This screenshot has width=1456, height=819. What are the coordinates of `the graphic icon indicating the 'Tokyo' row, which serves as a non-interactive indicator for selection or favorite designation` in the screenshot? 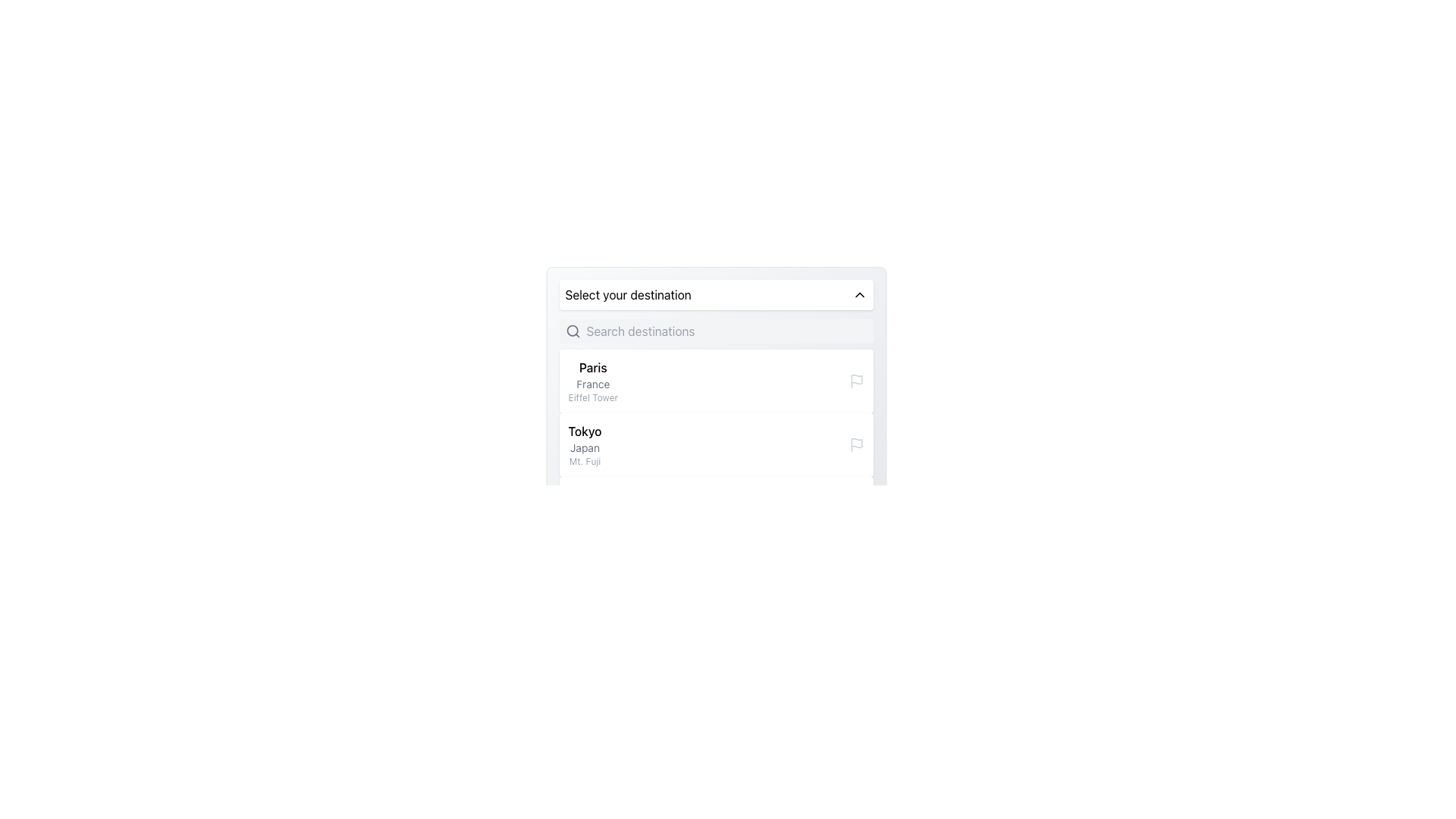 It's located at (856, 444).